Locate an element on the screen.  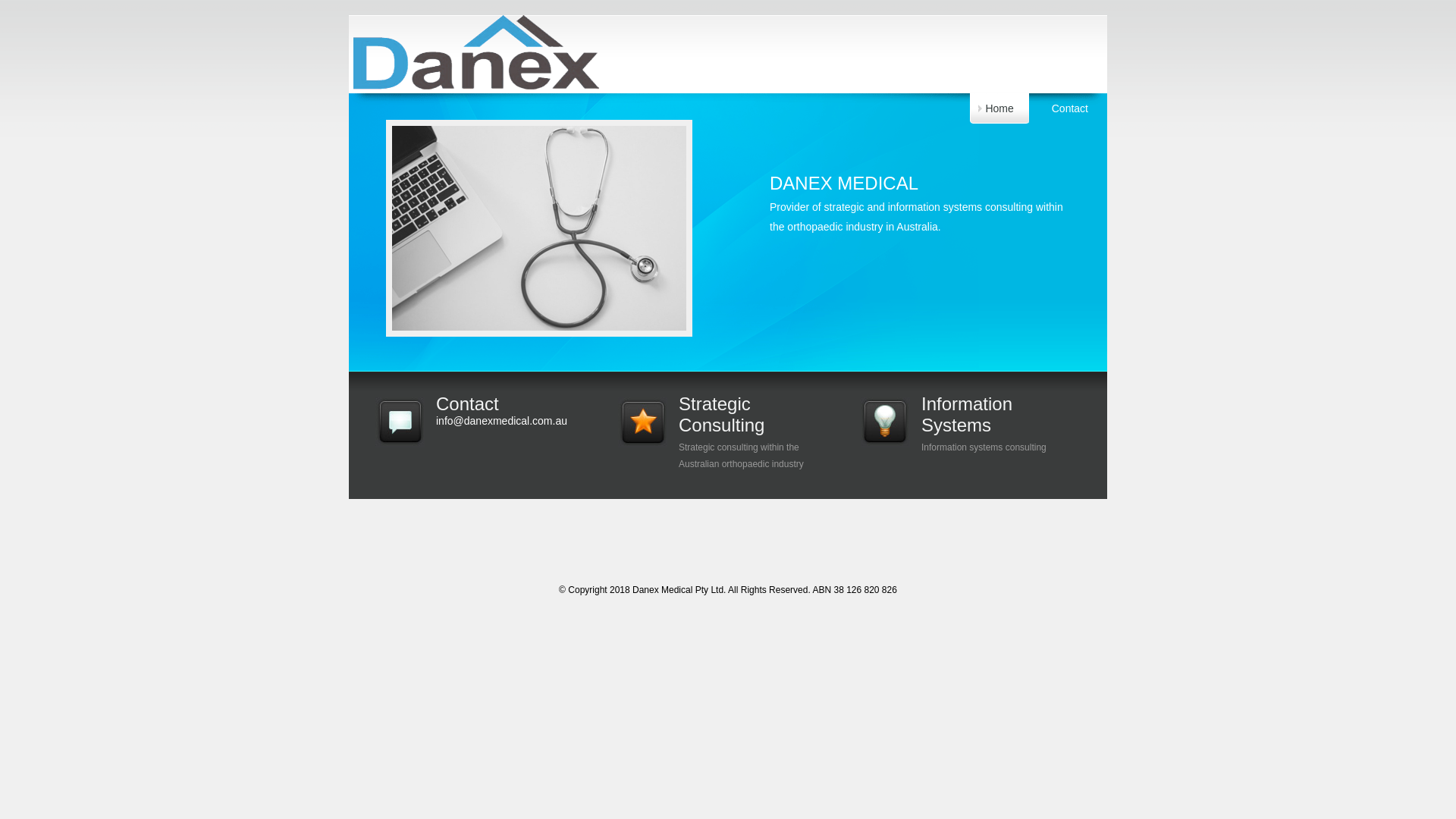
'Home' is located at coordinates (999, 107).